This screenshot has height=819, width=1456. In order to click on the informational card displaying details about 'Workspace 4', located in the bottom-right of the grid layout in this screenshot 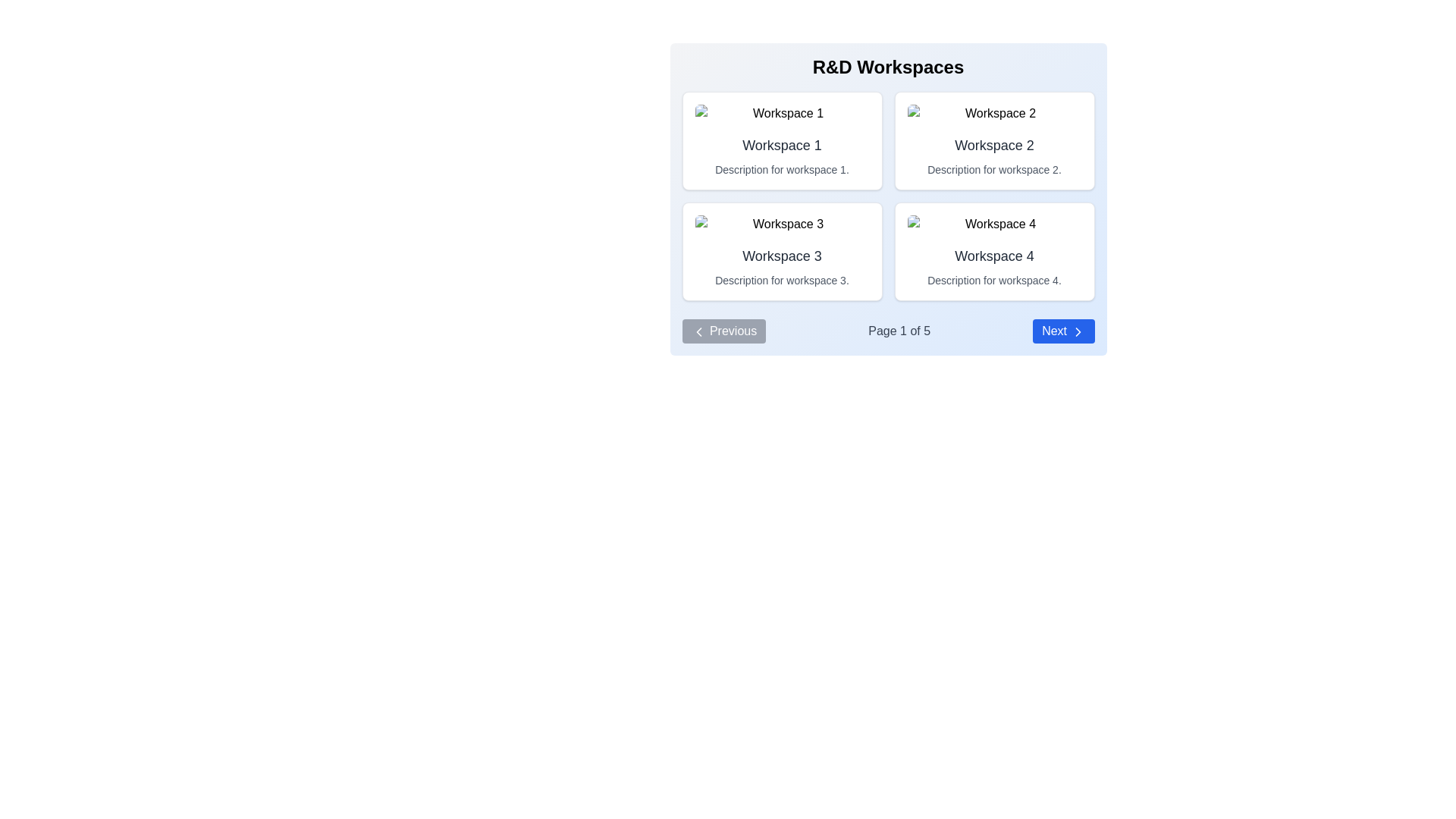, I will do `click(994, 250)`.